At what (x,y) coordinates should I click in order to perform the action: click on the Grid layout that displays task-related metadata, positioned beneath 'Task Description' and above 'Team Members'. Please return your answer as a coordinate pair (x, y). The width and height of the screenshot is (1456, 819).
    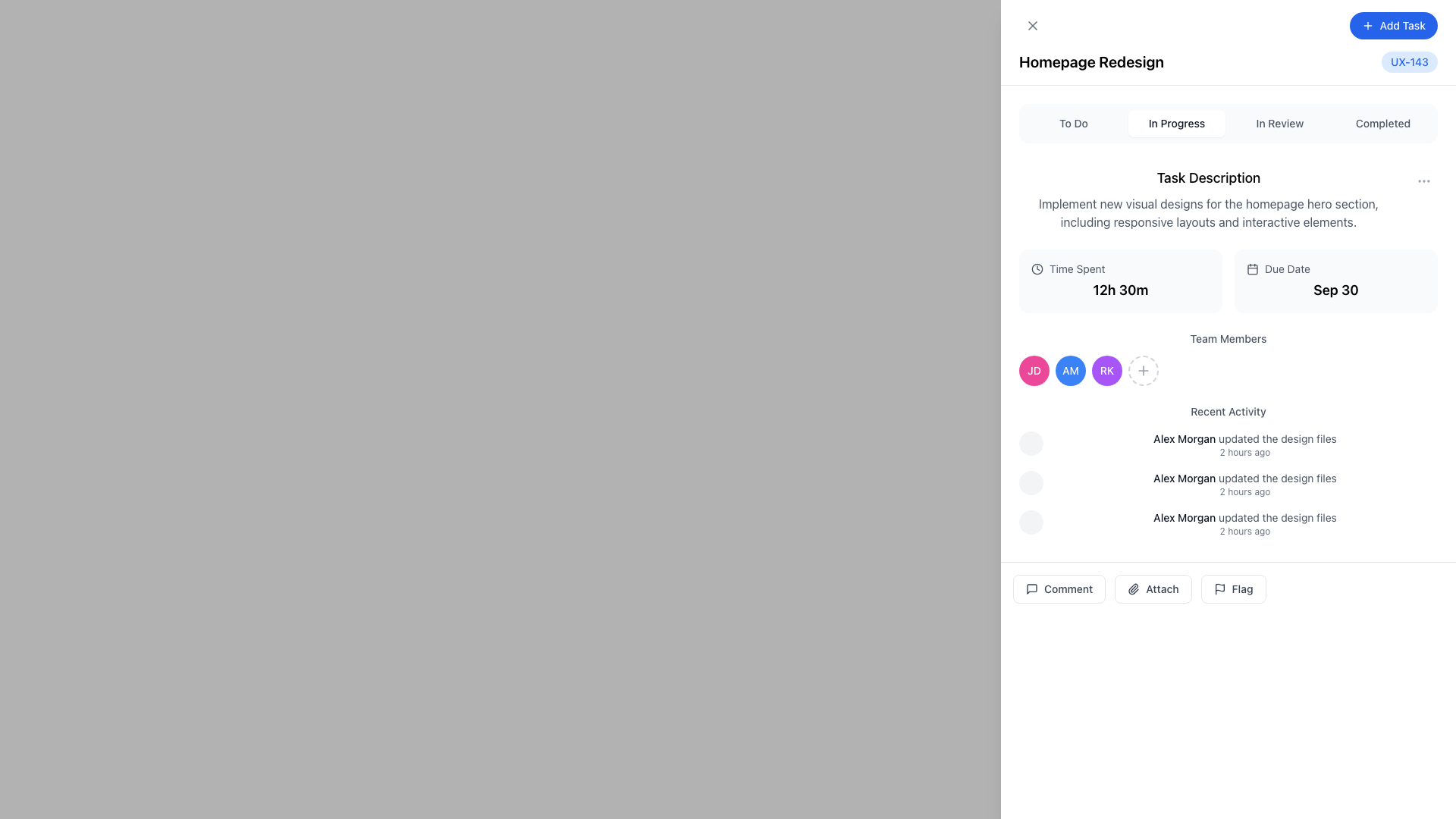
    Looking at the image, I should click on (1228, 281).